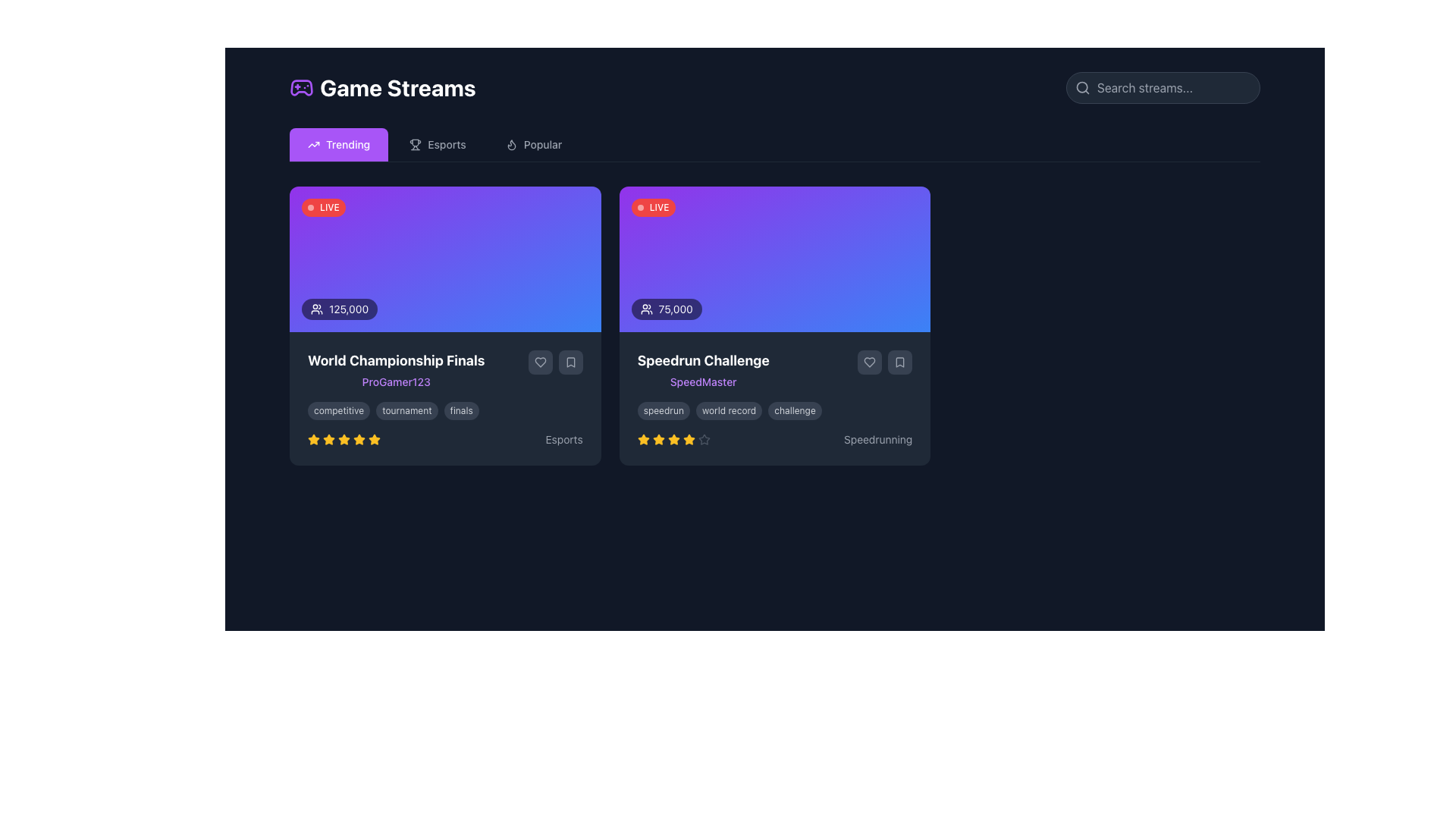 Image resolution: width=1456 pixels, height=819 pixels. What do you see at coordinates (702, 360) in the screenshot?
I see `the Text Header that serves as the title for the card summarizing the 'Speedrun Challenge', located on the second card in the 'Game Streams' section` at bounding box center [702, 360].